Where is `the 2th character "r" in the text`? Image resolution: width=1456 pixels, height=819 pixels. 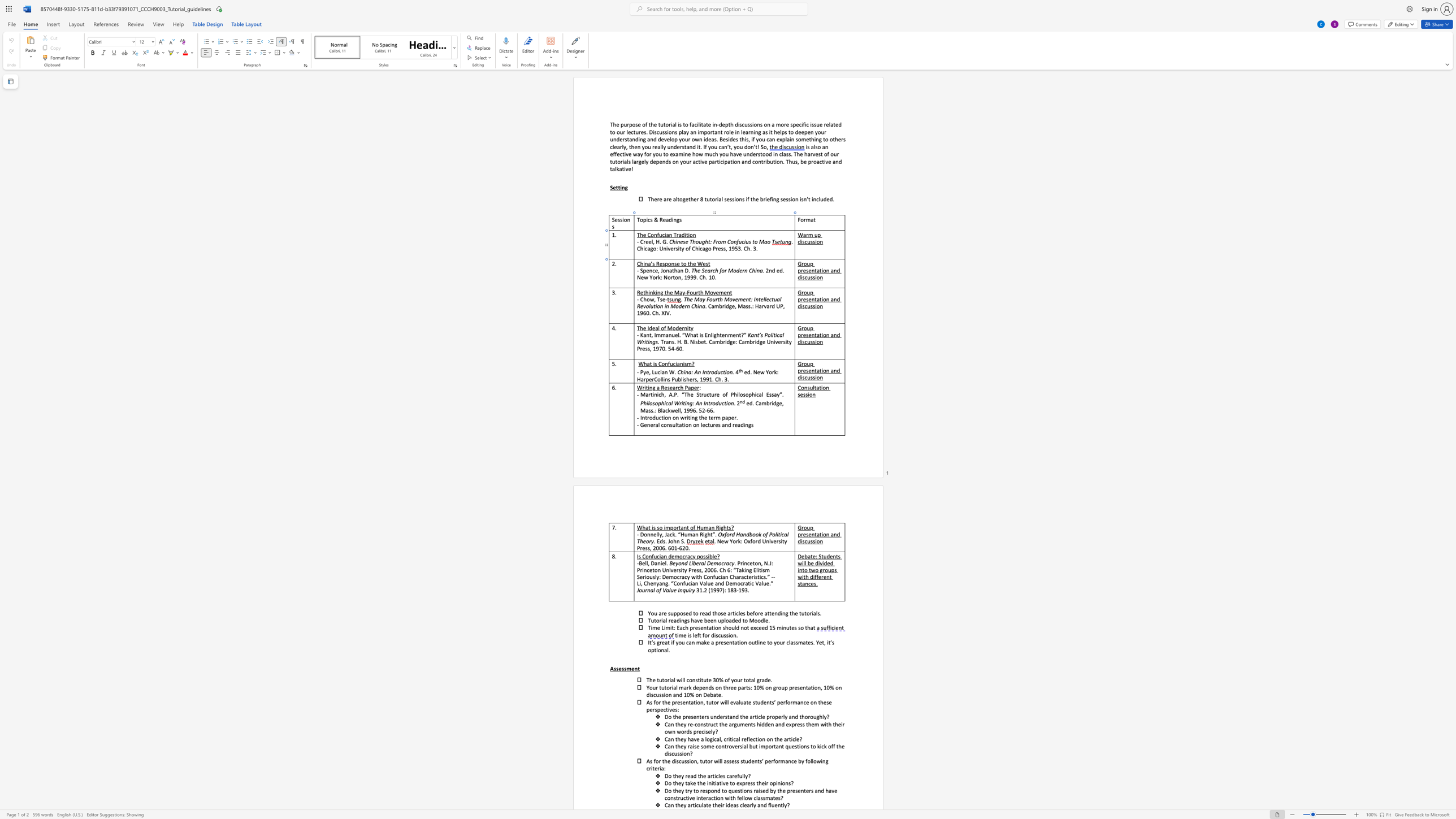 the 2th character "r" in the text is located at coordinates (725, 270).